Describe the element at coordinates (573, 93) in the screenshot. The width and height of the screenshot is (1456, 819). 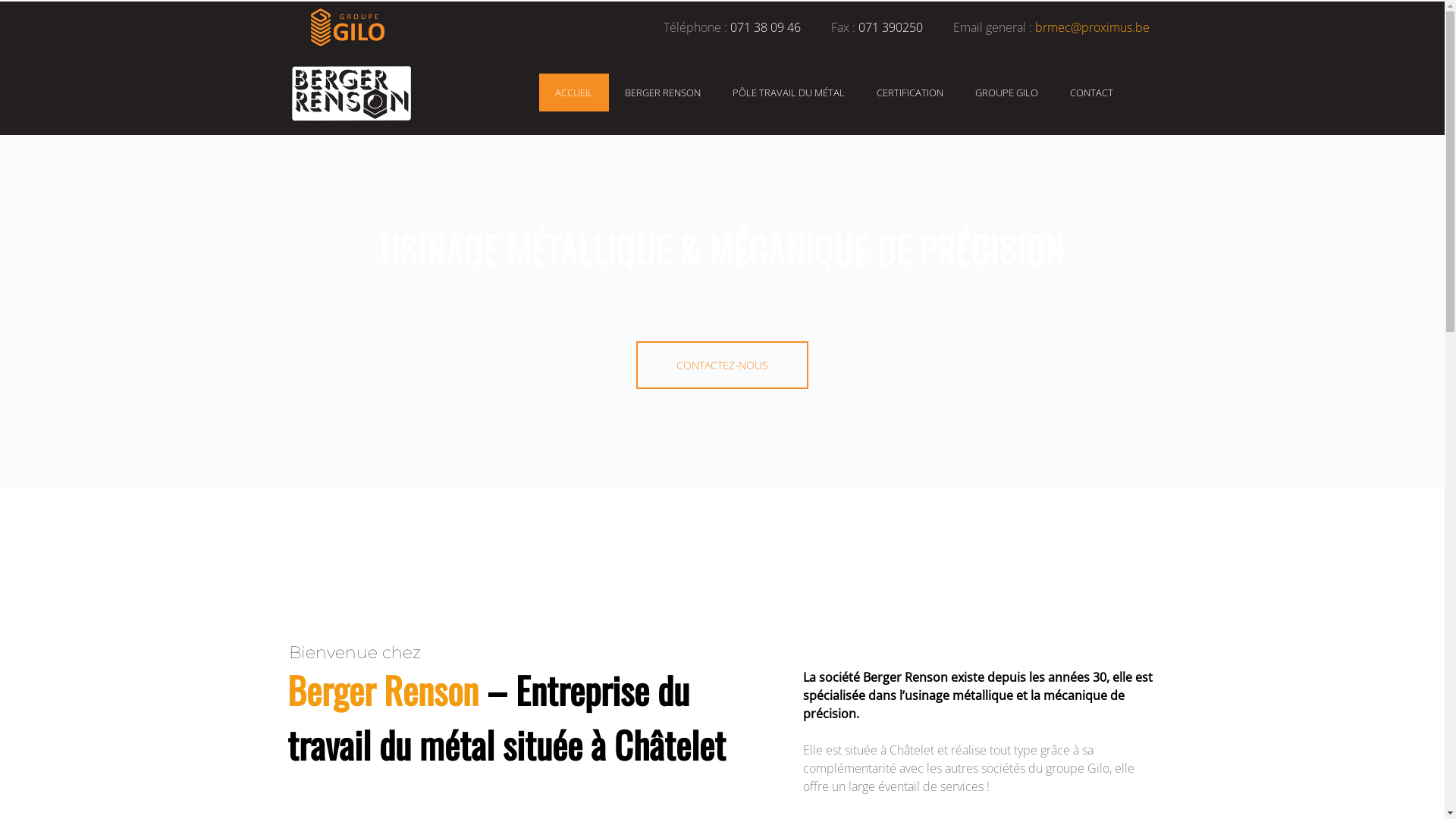
I see `'ACCUEIL'` at that location.